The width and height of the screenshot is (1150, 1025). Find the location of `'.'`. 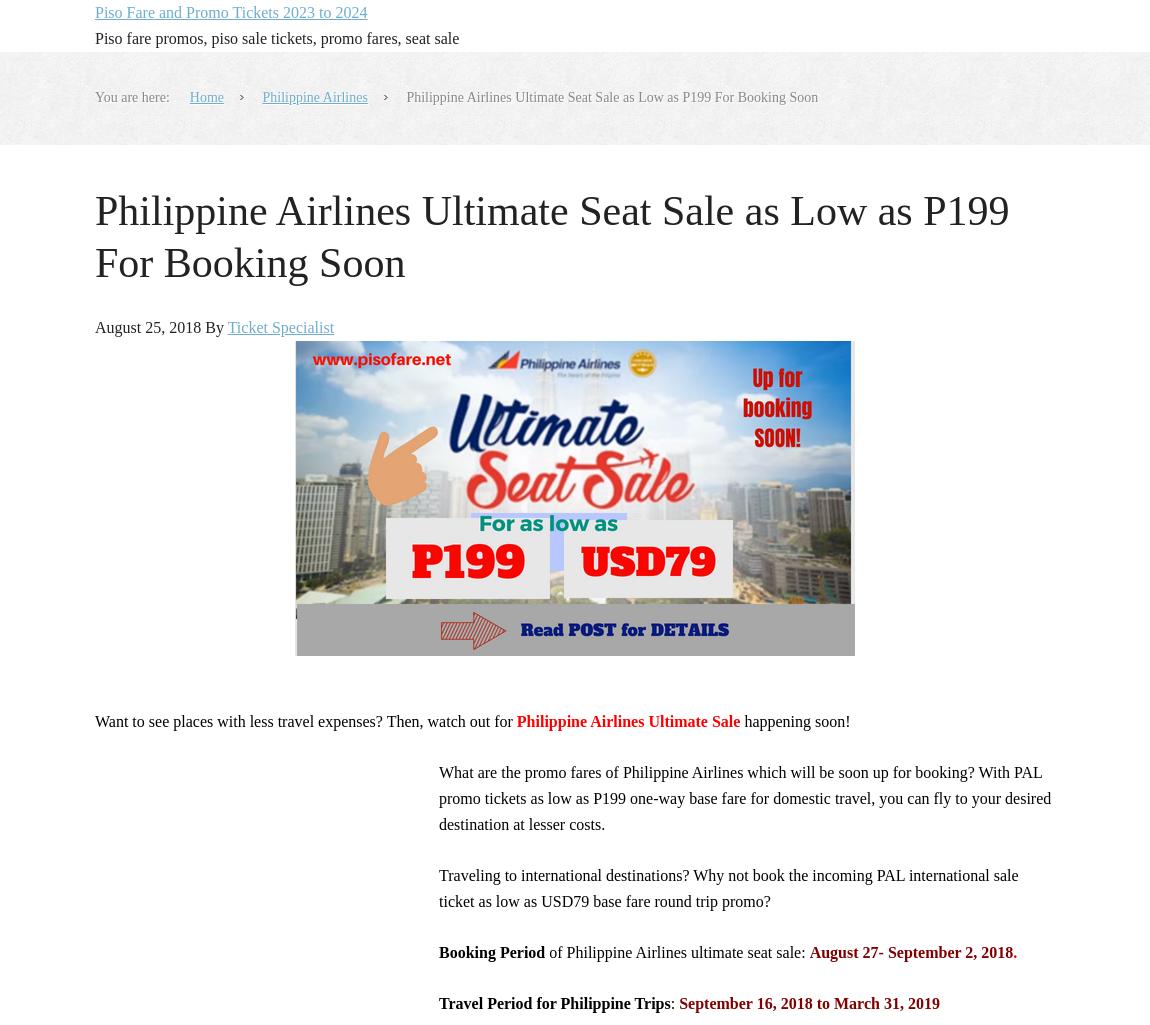

'.' is located at coordinates (1014, 951).